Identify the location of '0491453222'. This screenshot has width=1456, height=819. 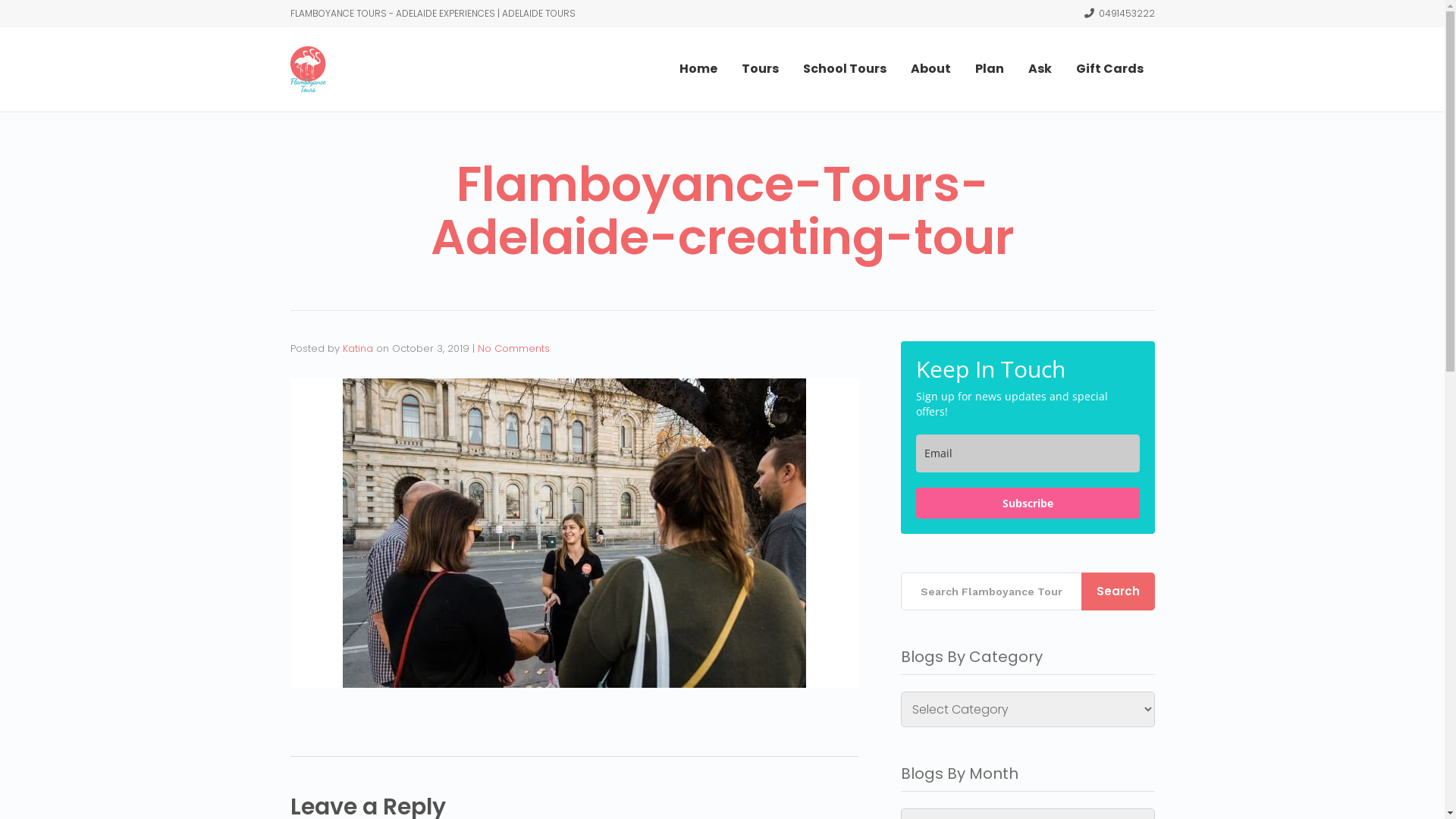
(1119, 13).